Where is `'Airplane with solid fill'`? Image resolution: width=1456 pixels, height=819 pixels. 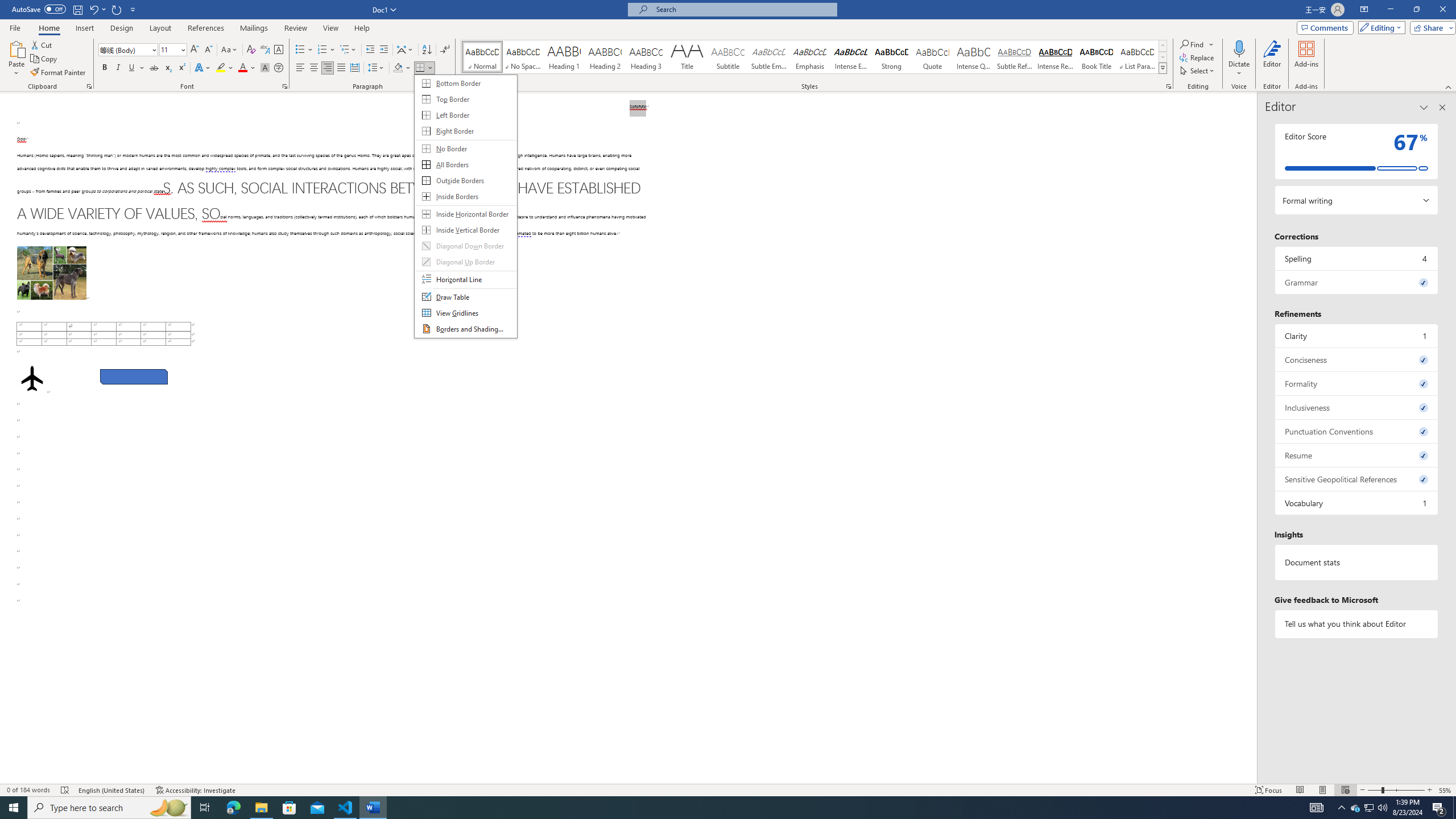
'Airplane with solid fill' is located at coordinates (32, 379).